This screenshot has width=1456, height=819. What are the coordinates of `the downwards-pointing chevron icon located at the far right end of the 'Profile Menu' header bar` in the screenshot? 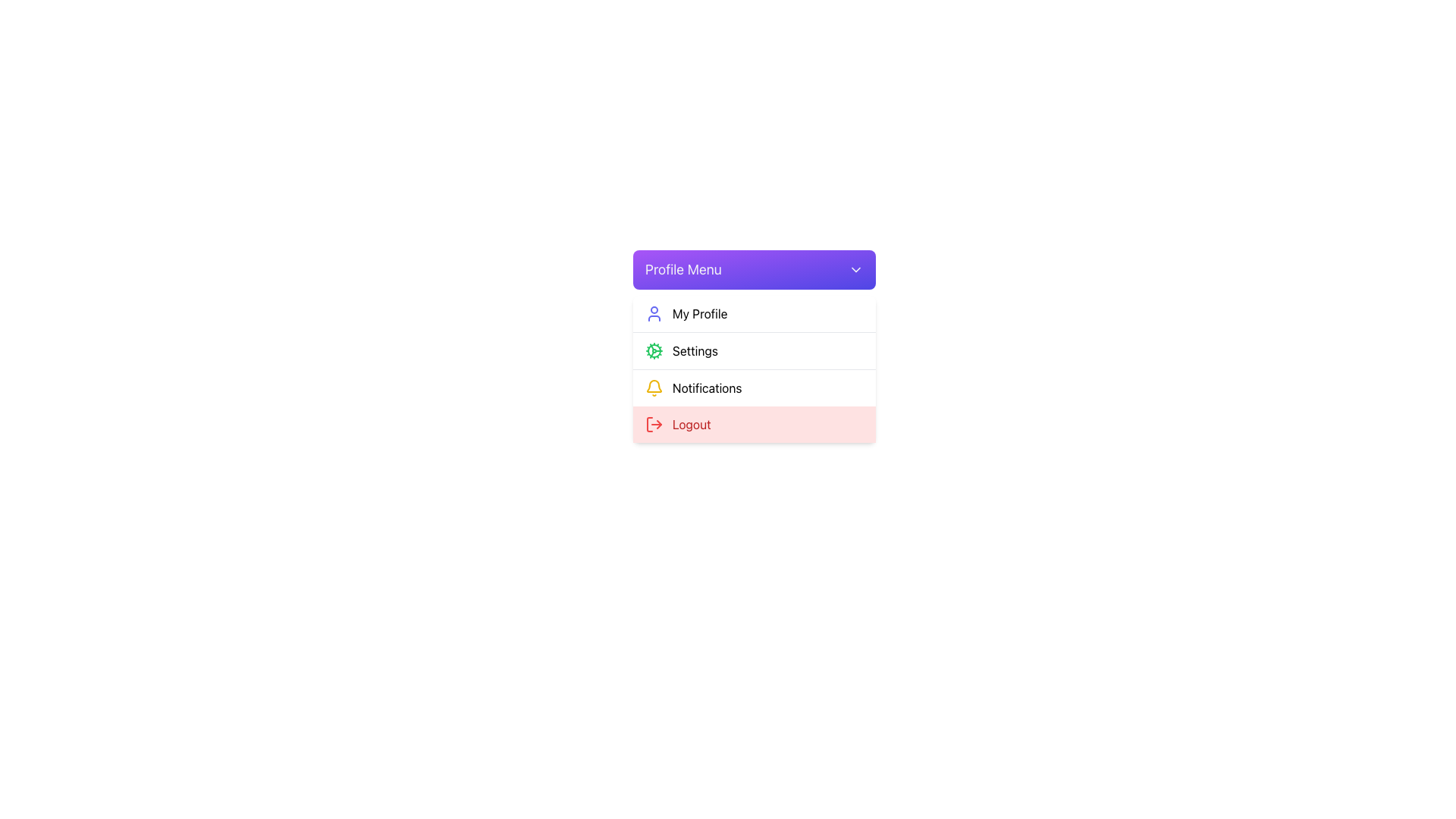 It's located at (855, 268).